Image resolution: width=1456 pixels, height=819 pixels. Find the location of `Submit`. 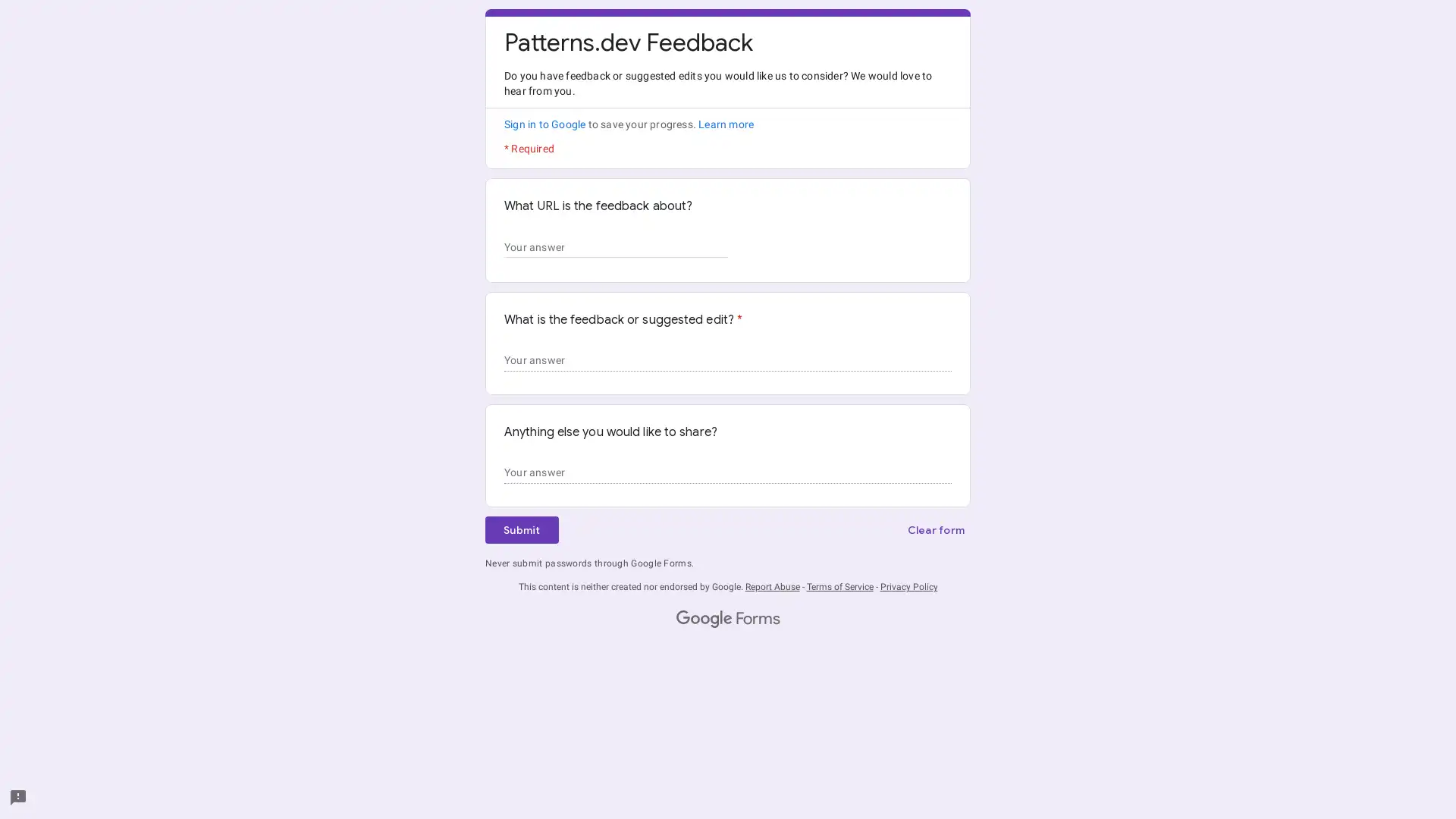

Submit is located at coordinates (521, 529).